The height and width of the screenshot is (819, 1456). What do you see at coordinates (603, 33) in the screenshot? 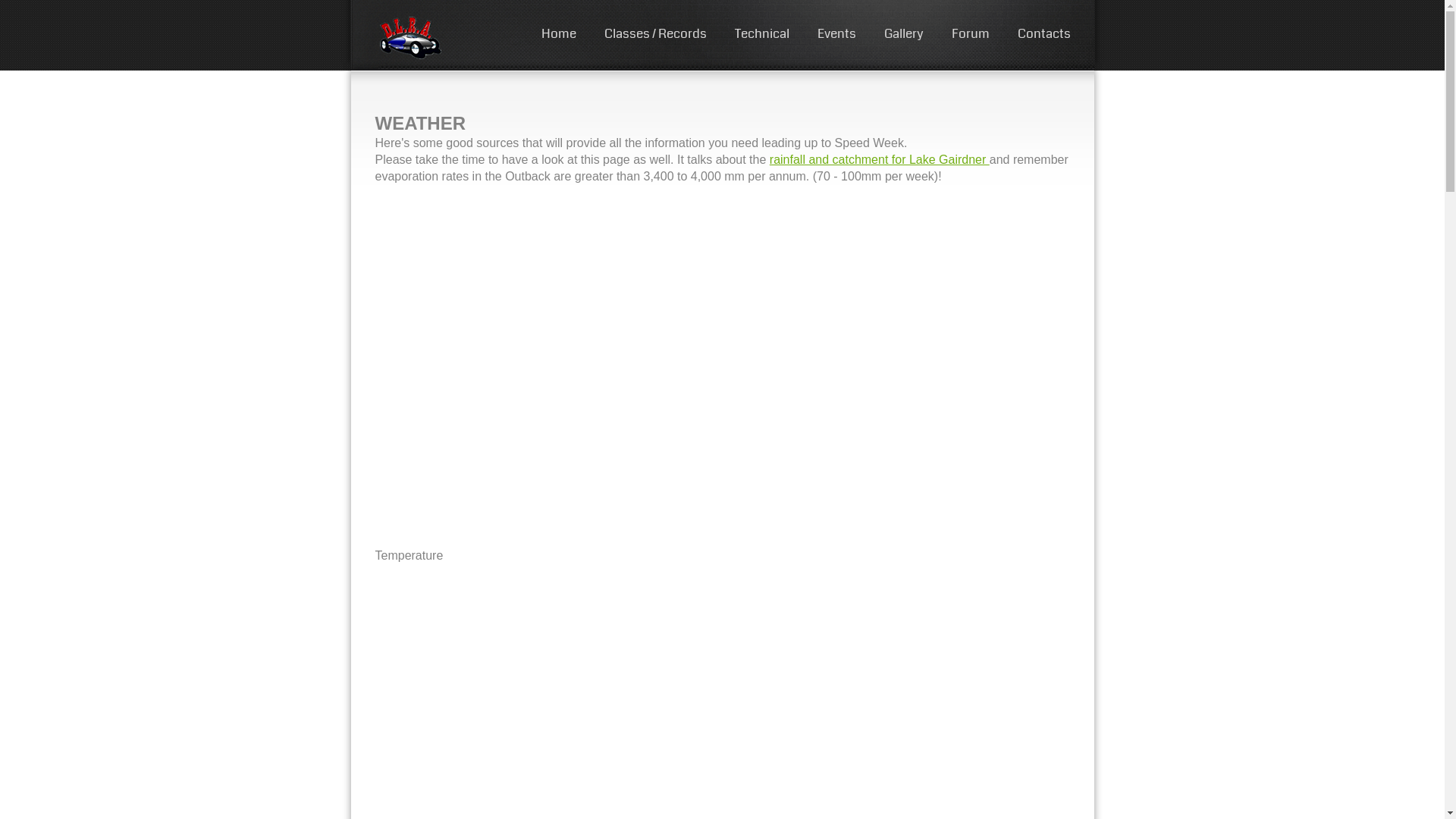
I see `'Classes / Records'` at bounding box center [603, 33].